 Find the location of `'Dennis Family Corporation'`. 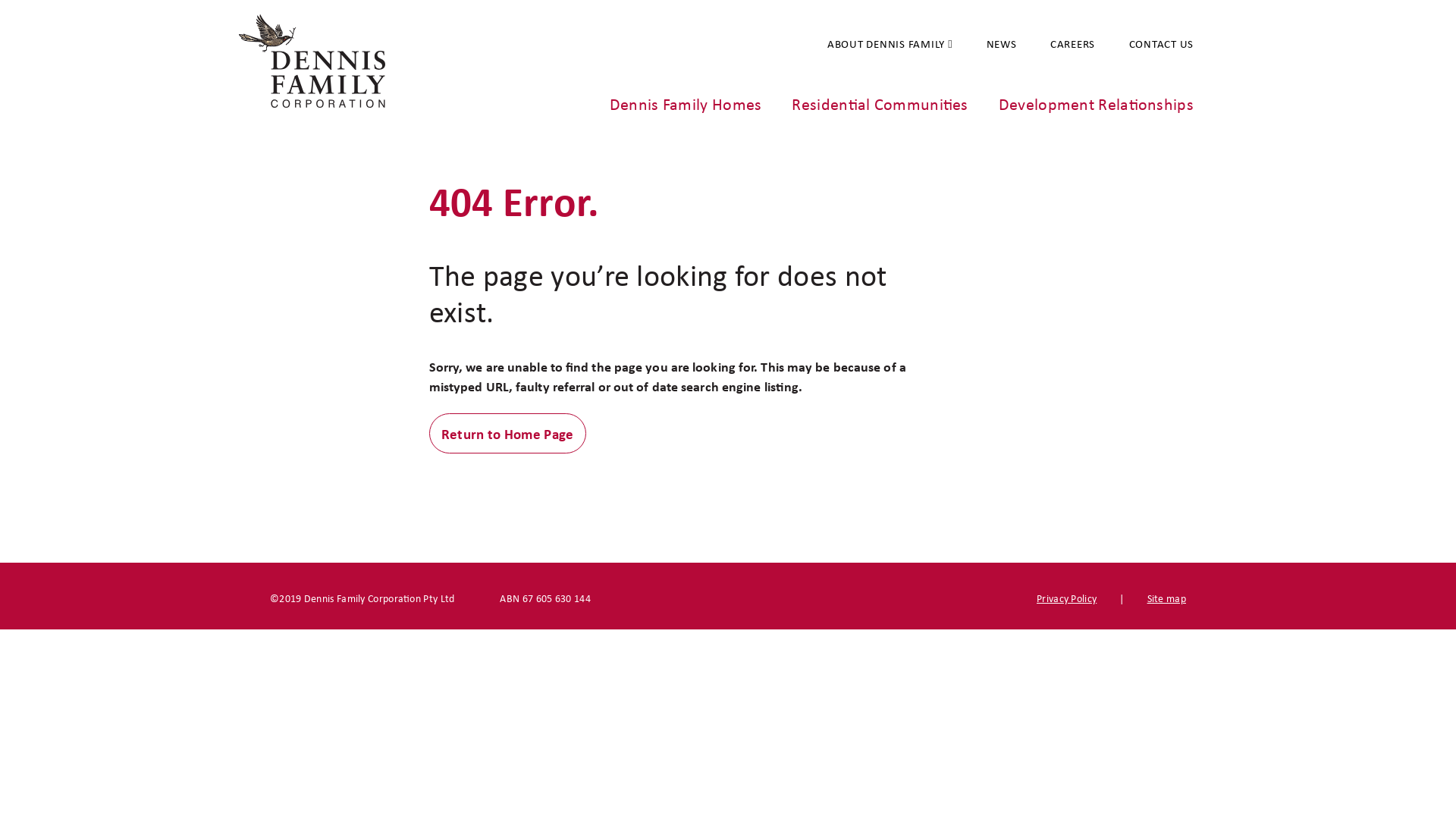

'Dennis Family Corporation' is located at coordinates (306, 60).